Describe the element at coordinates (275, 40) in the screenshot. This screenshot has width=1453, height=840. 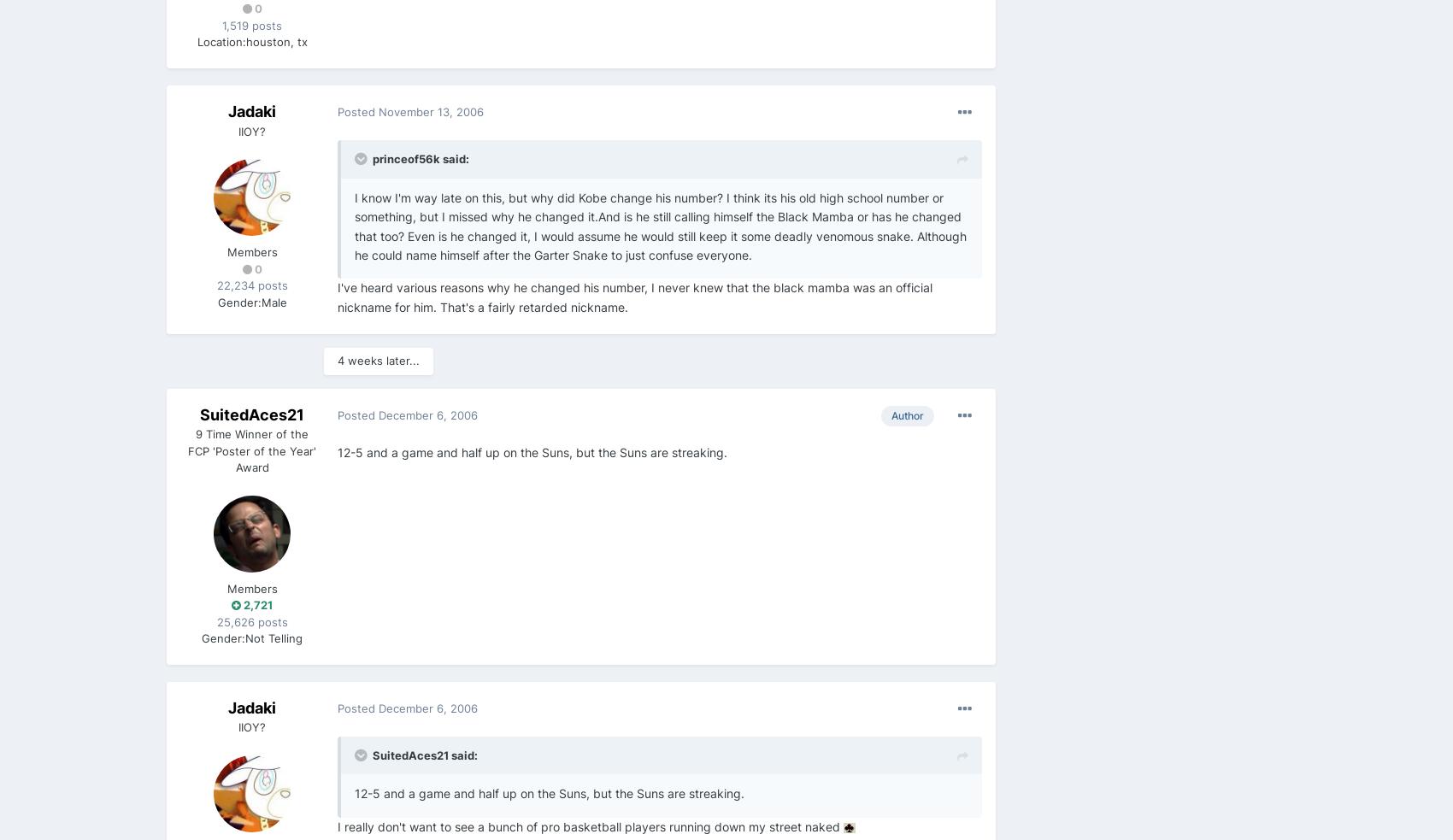
I see `'houston, tx'` at that location.